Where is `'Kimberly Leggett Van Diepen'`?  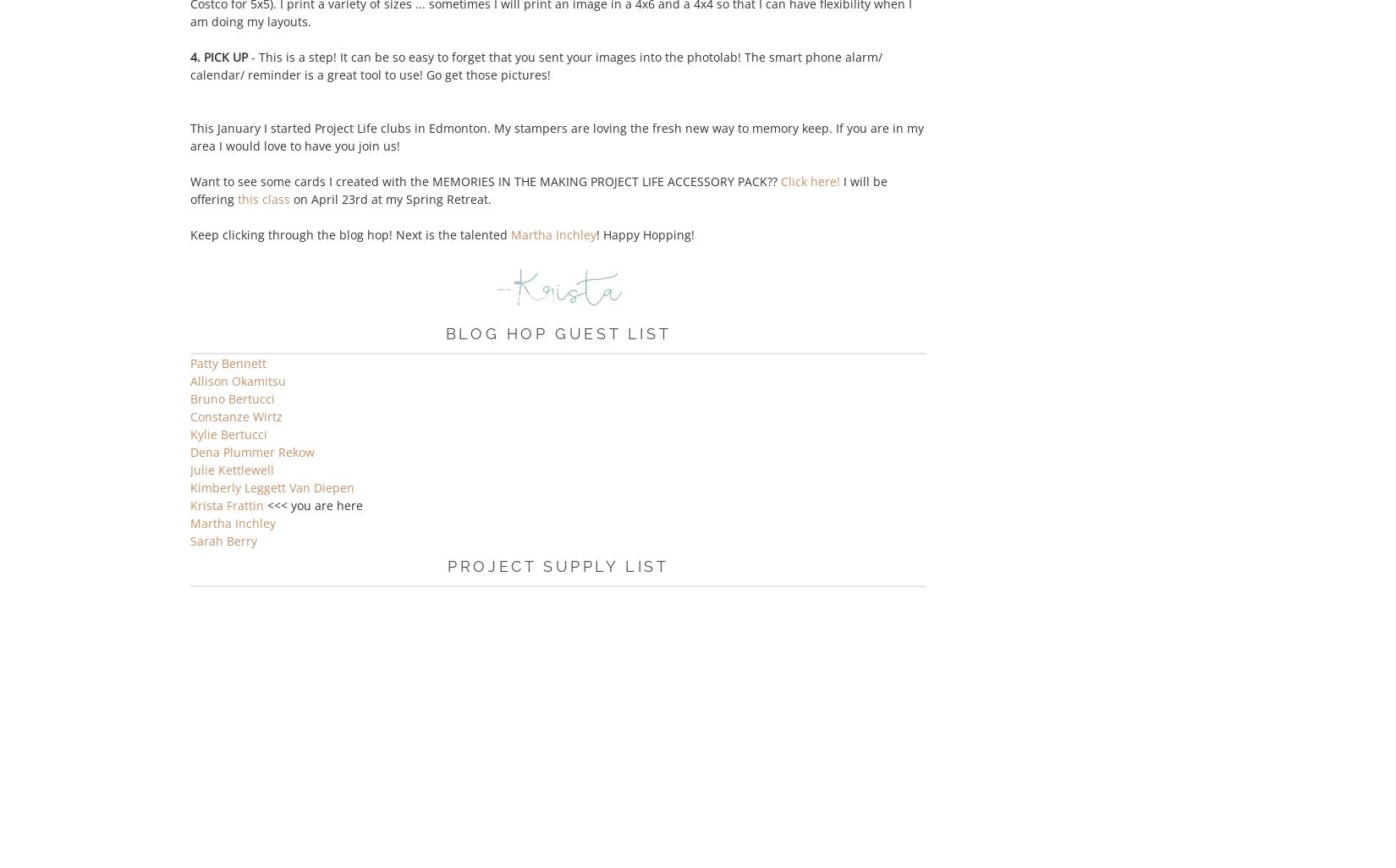 'Kimberly Leggett Van Diepen' is located at coordinates (272, 486).